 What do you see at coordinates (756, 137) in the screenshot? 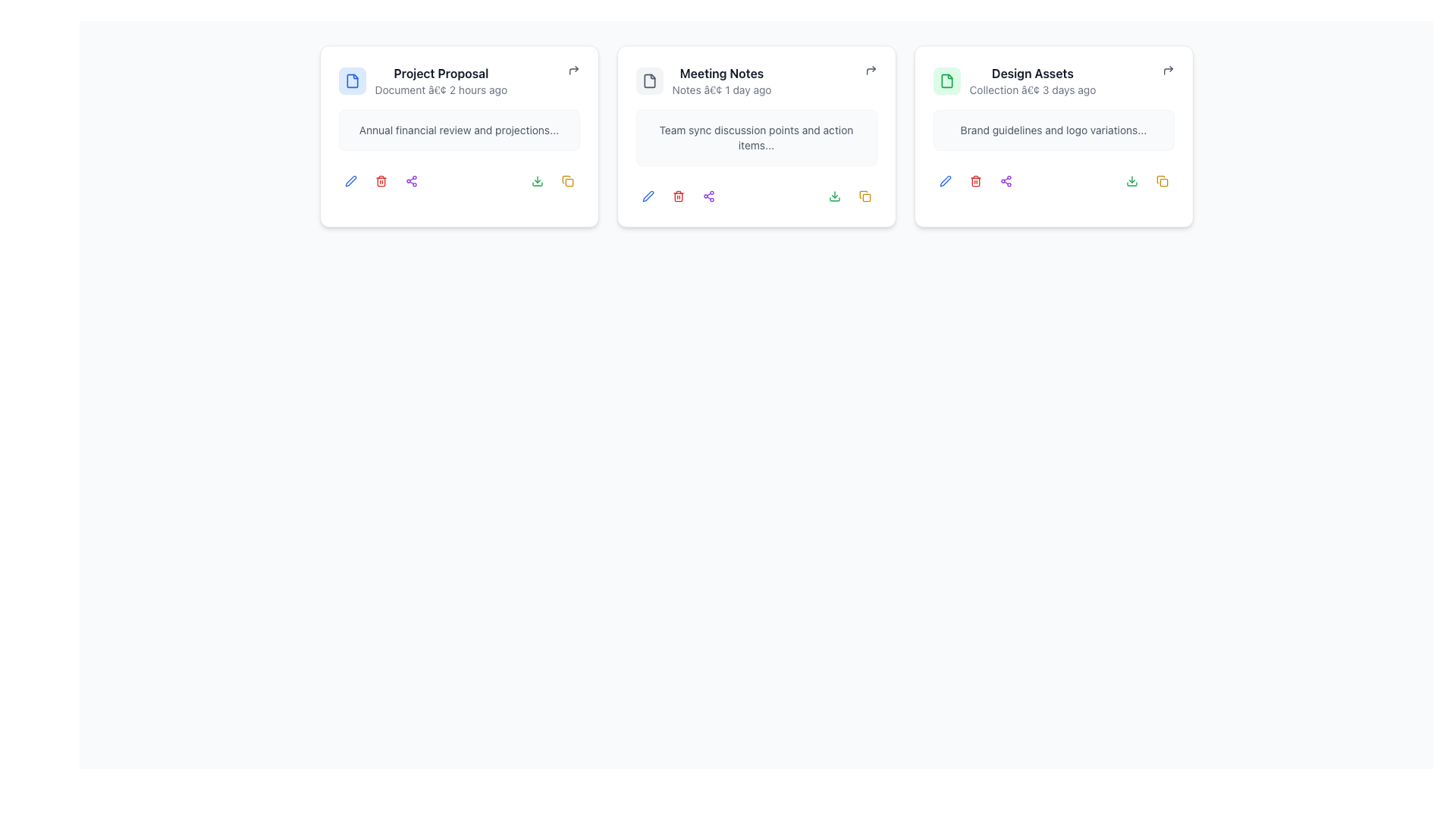
I see `the text element displaying 'Team sync discussion points and action items...' located within the central card beneath the title 'Meeting Notes'` at bounding box center [756, 137].